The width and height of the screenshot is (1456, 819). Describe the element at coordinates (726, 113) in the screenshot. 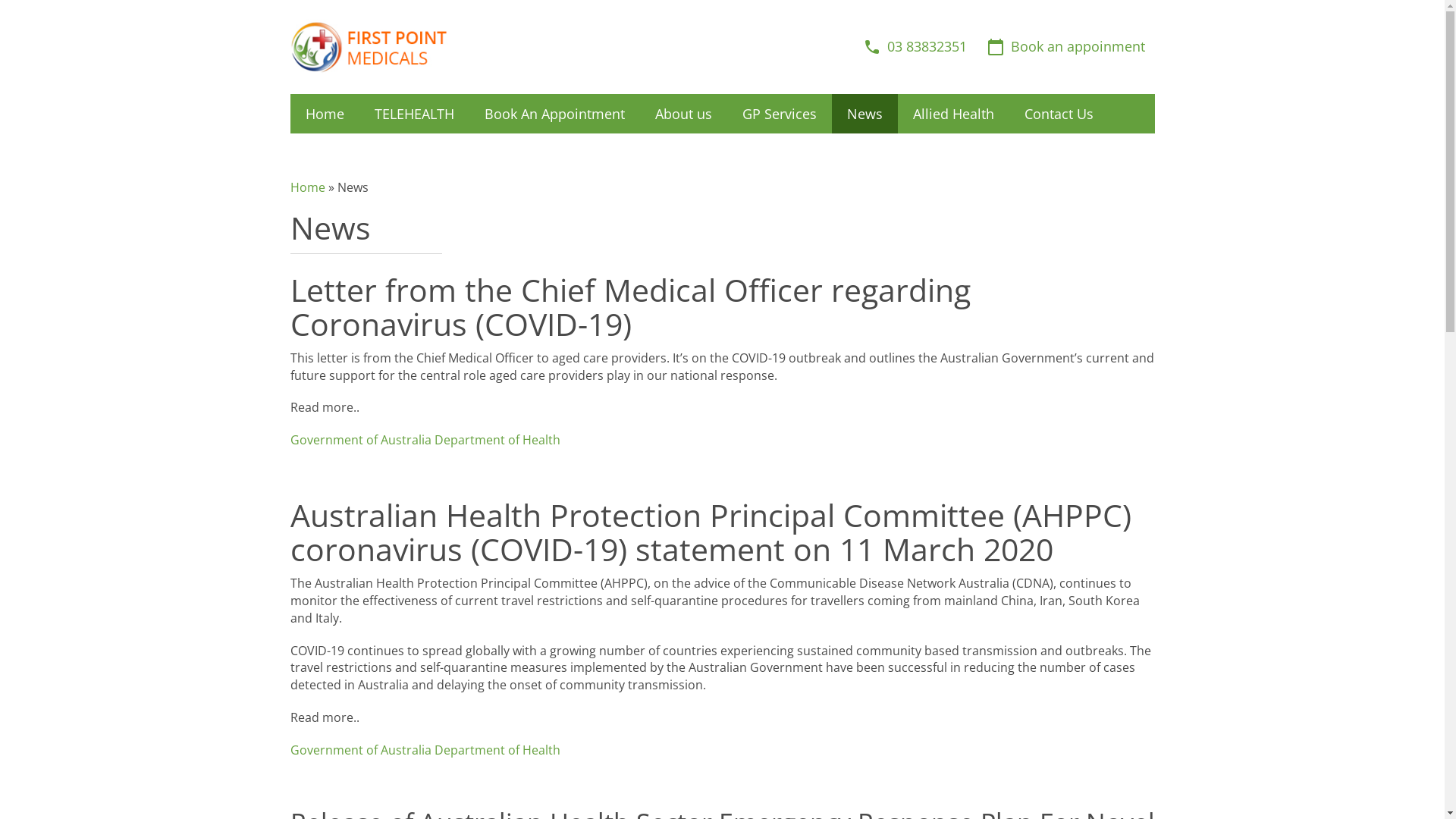

I see `'GP Services'` at that location.